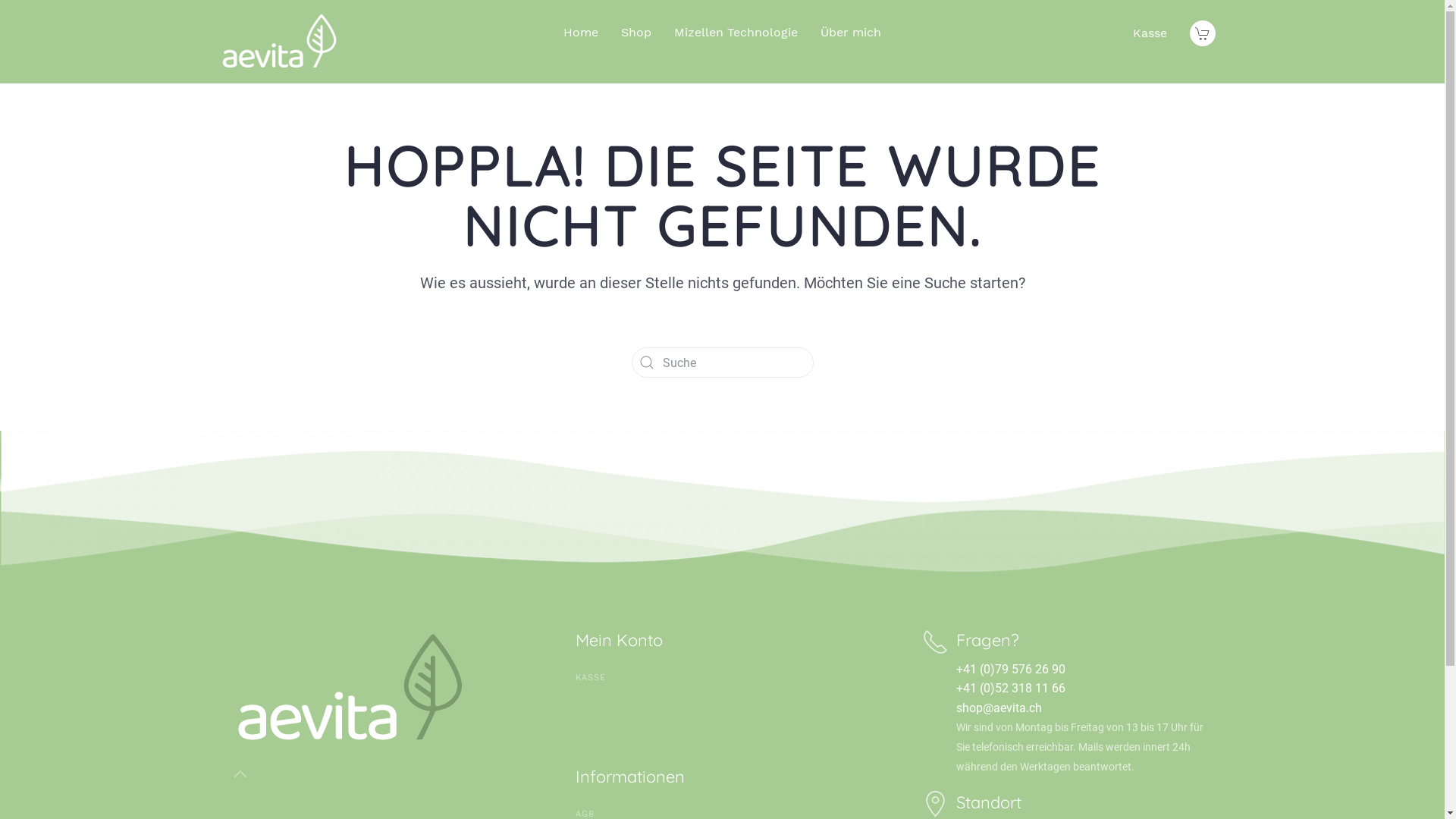 The height and width of the screenshot is (819, 1456). Describe the element at coordinates (999, 708) in the screenshot. I see `'shop@aevita.ch'` at that location.